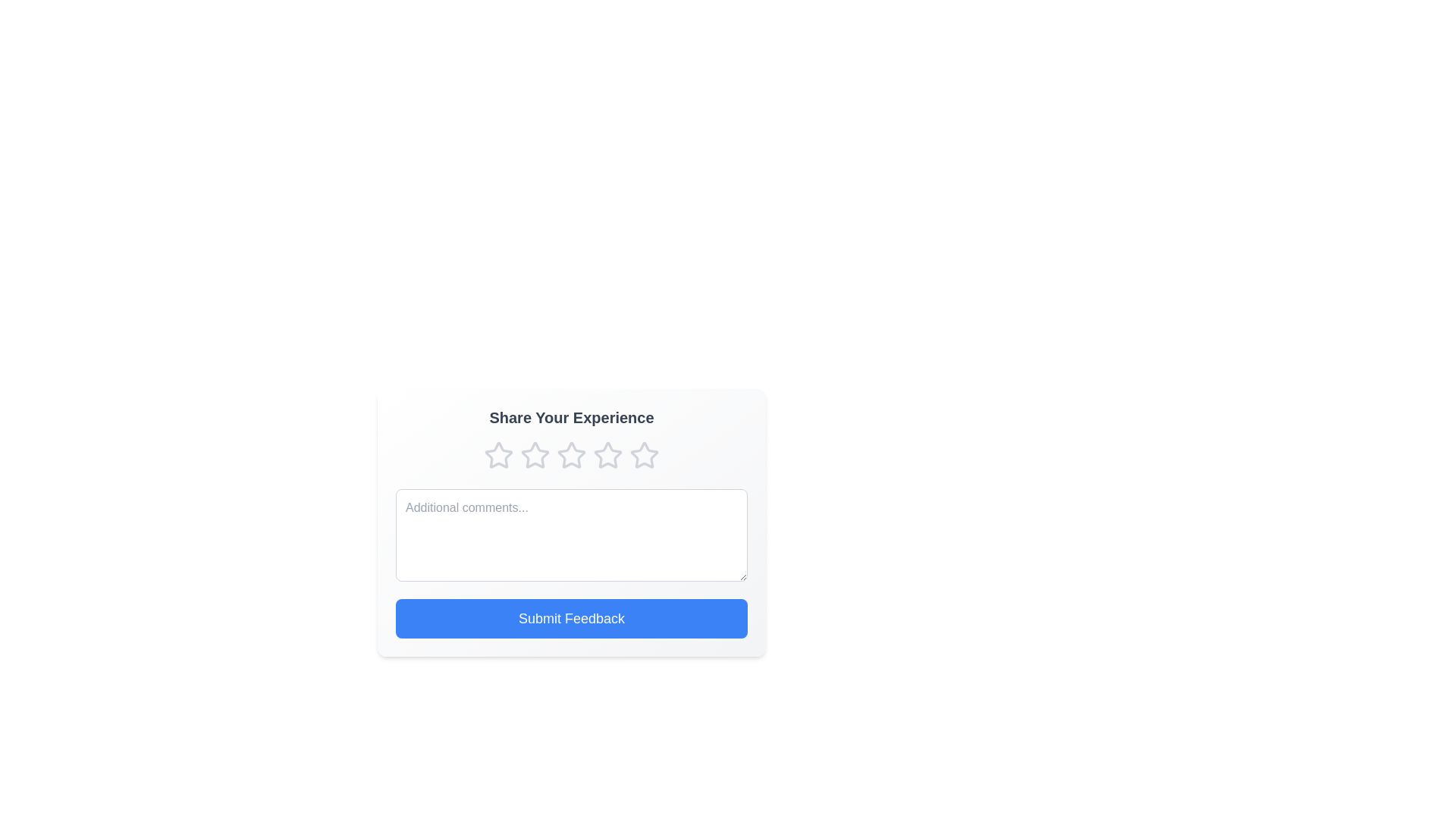 The image size is (1456, 819). What do you see at coordinates (644, 454) in the screenshot?
I see `the fifth star-shaped rating icon outlined in gray located beneath the 'Share Your Experience' heading in the feedback form` at bounding box center [644, 454].